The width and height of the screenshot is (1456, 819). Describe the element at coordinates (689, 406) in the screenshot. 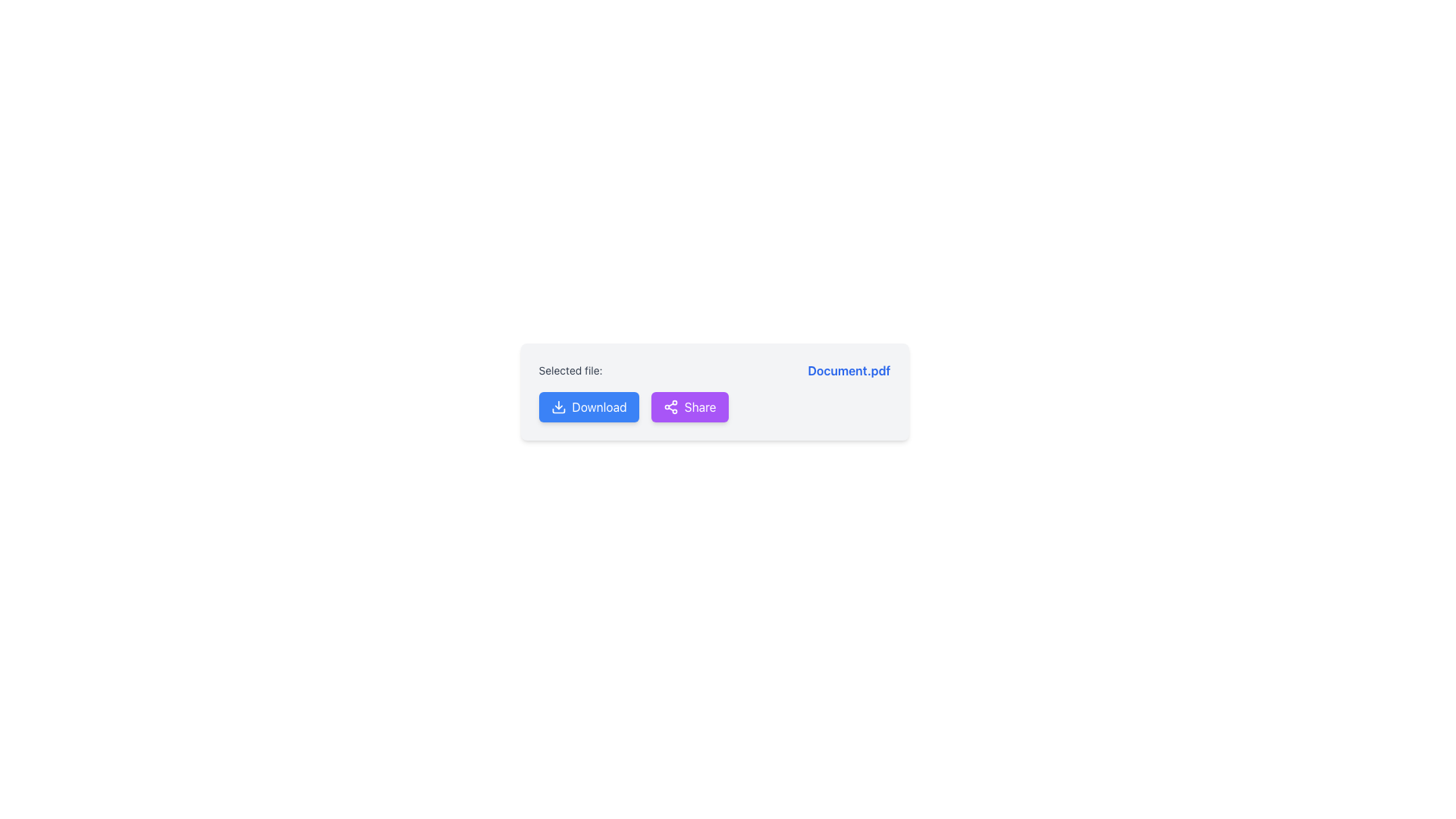

I see `the sharing button located to the right of the blue 'Download' button in the interface to highlight it for accessibility` at that location.